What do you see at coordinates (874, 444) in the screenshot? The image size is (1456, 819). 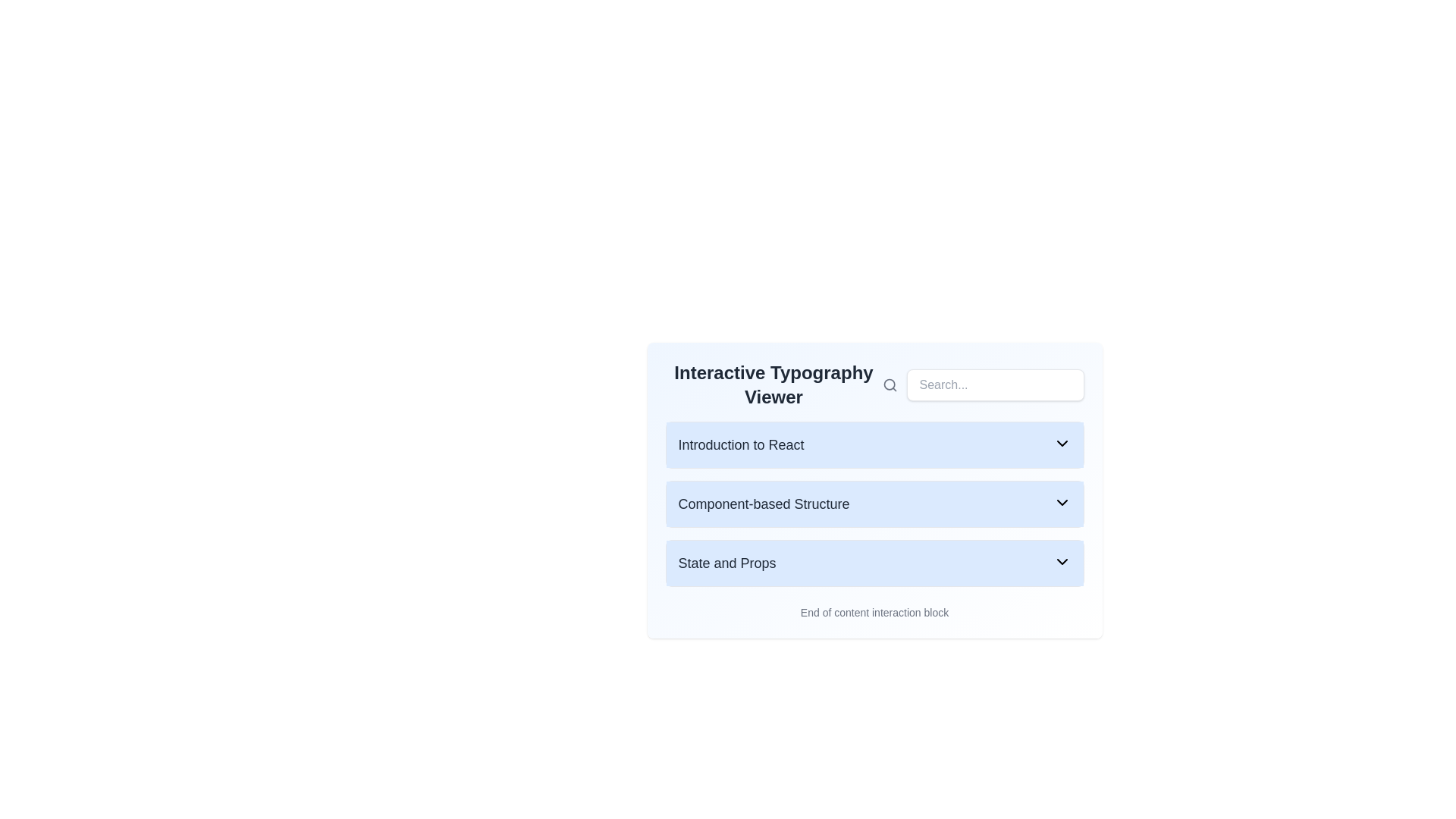 I see `the 'Introduction to React' dropdown toggle button with a light blue background` at bounding box center [874, 444].